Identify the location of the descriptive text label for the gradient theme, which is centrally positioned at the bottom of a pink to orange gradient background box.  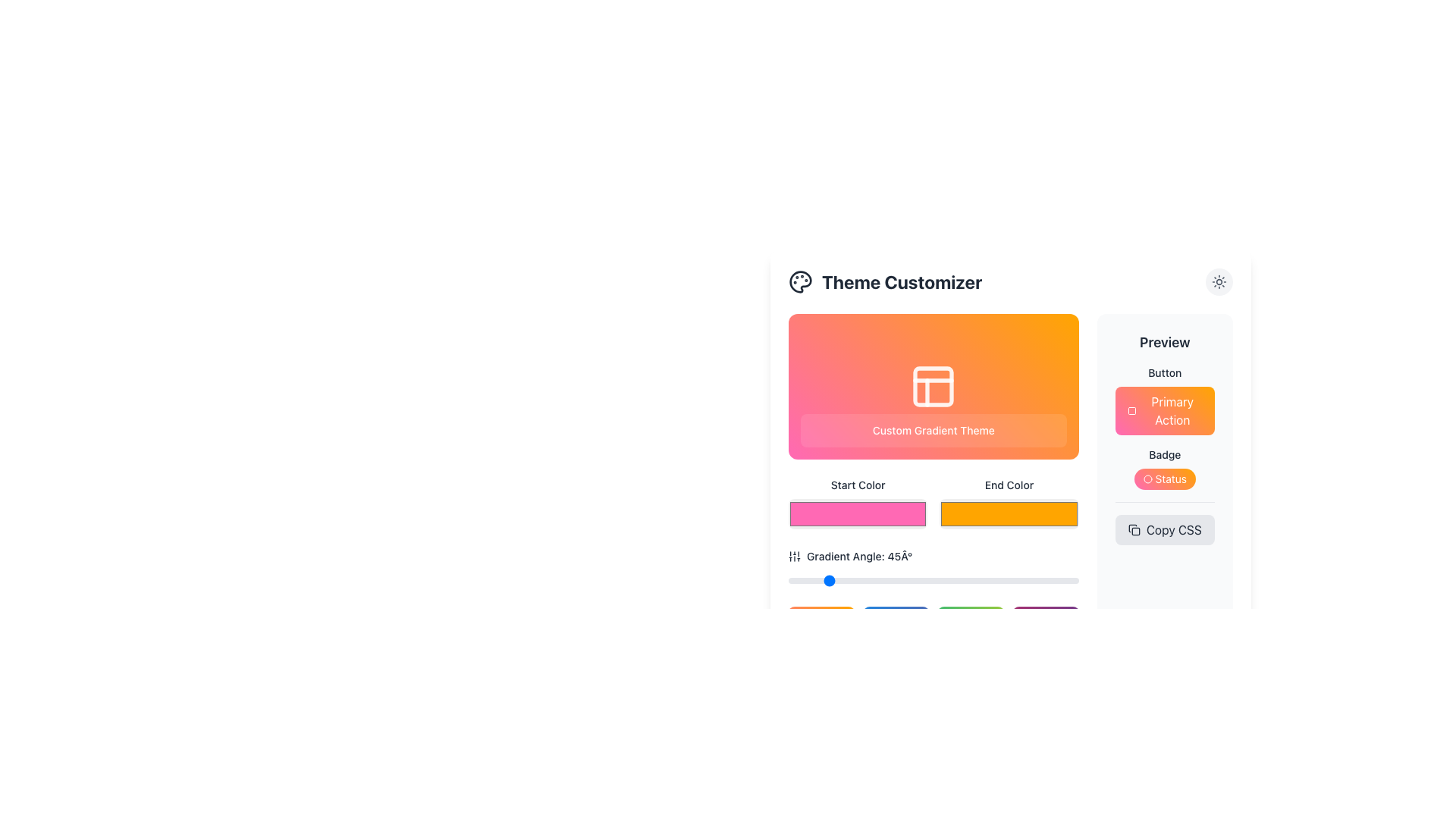
(933, 430).